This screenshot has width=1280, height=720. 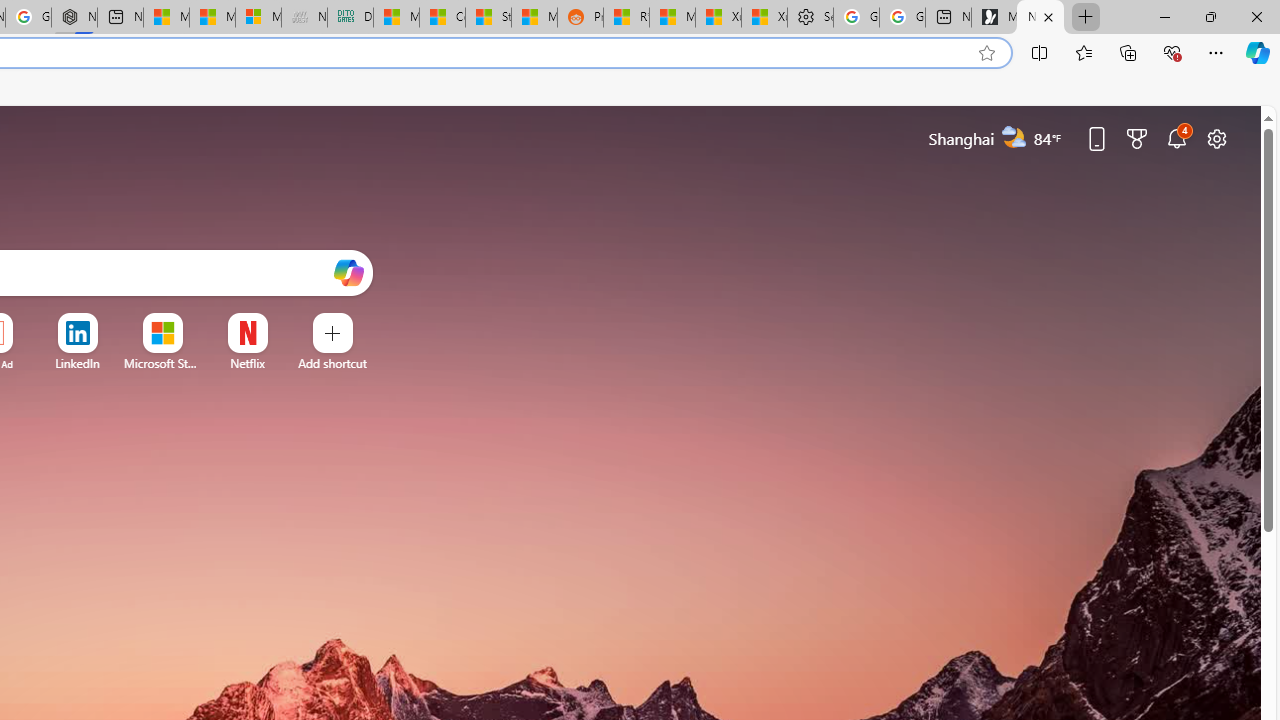 What do you see at coordinates (1215, 137) in the screenshot?
I see `'Page settings'` at bounding box center [1215, 137].